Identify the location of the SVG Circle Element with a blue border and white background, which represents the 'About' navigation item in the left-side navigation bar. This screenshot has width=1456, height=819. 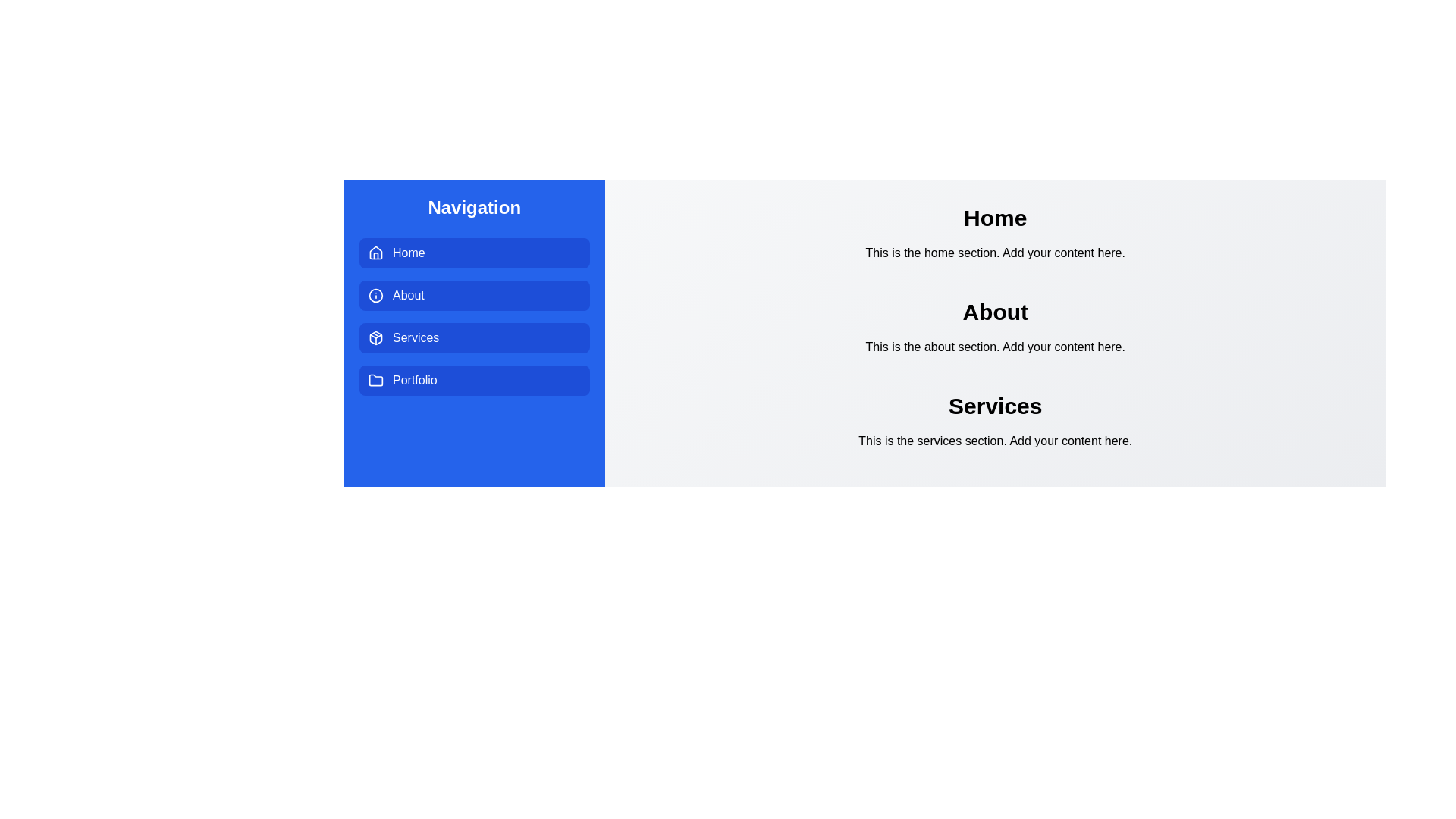
(375, 295).